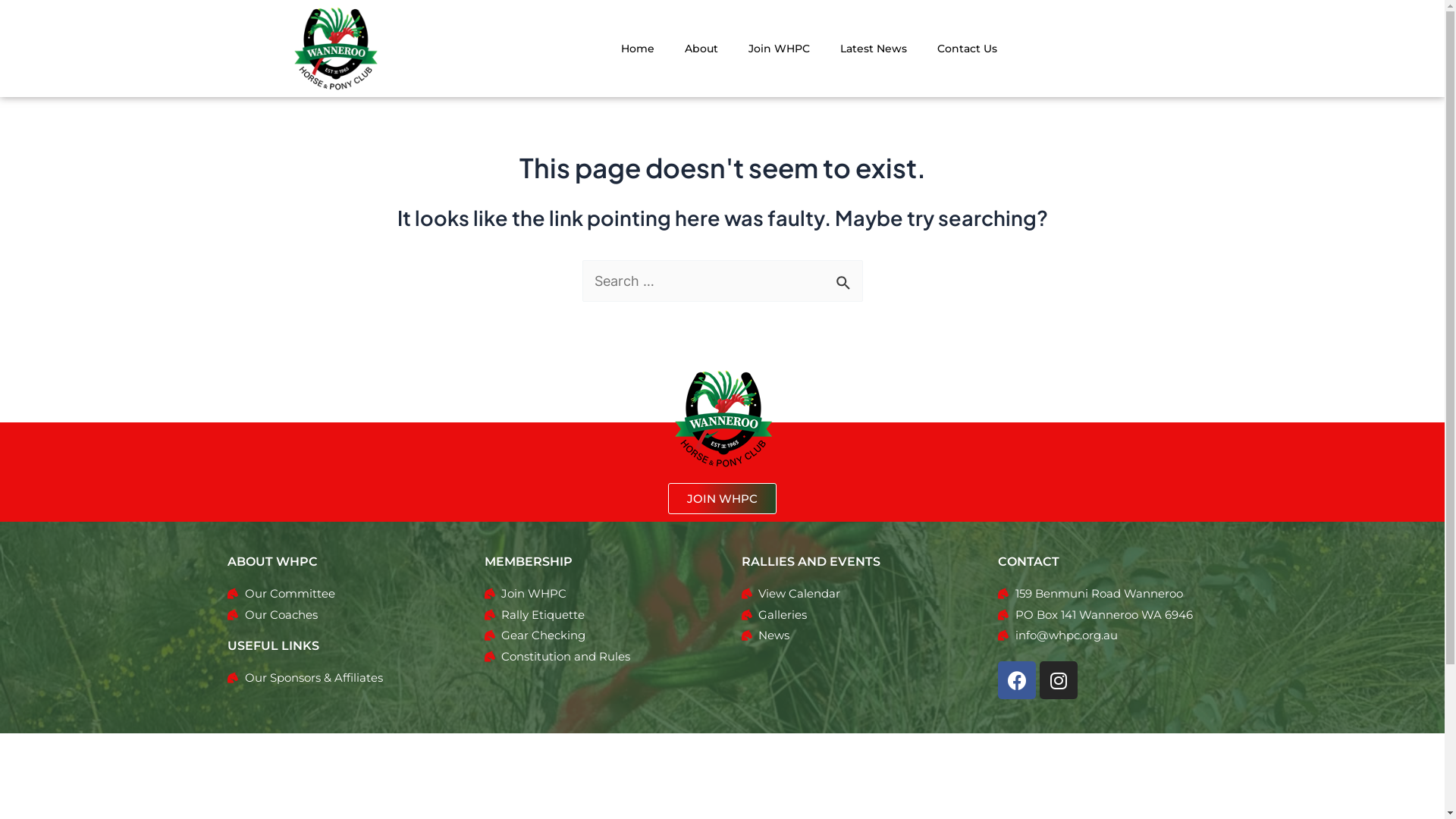  Describe the element at coordinates (593, 614) in the screenshot. I see `'Rally Etiquette'` at that location.